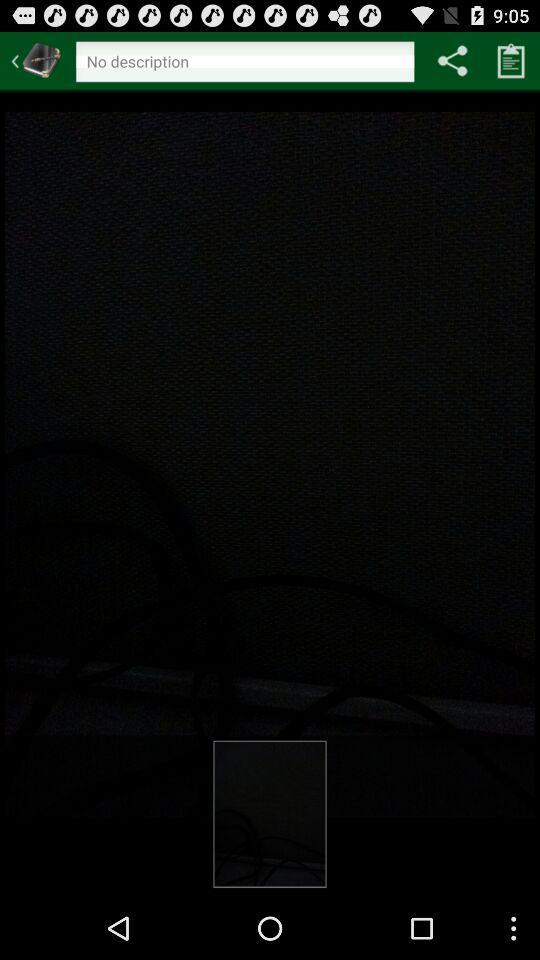  What do you see at coordinates (511, 59) in the screenshot?
I see `copy` at bounding box center [511, 59].